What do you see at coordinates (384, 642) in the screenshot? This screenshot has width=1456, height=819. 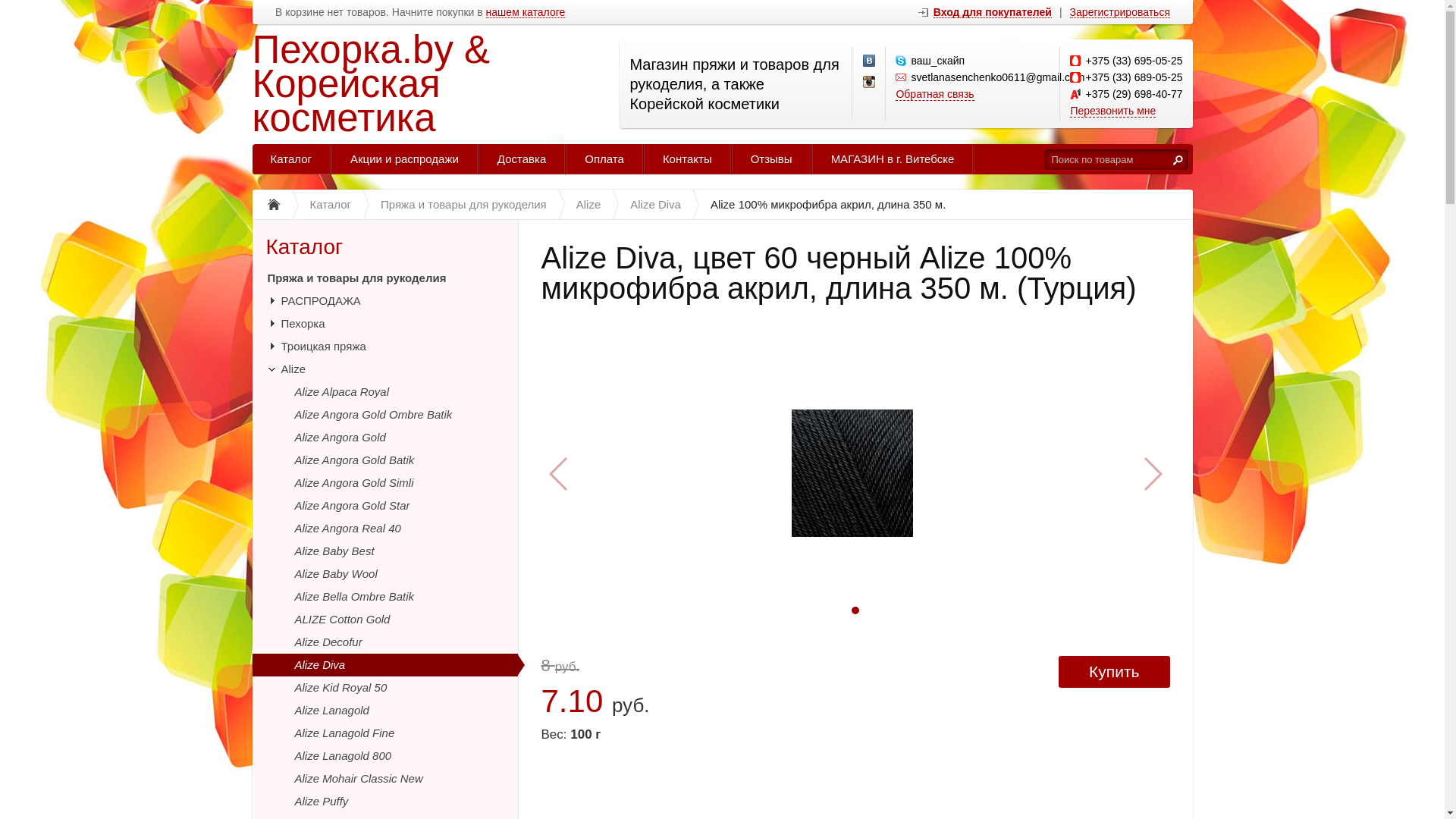 I see `'Alize Decofur'` at bounding box center [384, 642].